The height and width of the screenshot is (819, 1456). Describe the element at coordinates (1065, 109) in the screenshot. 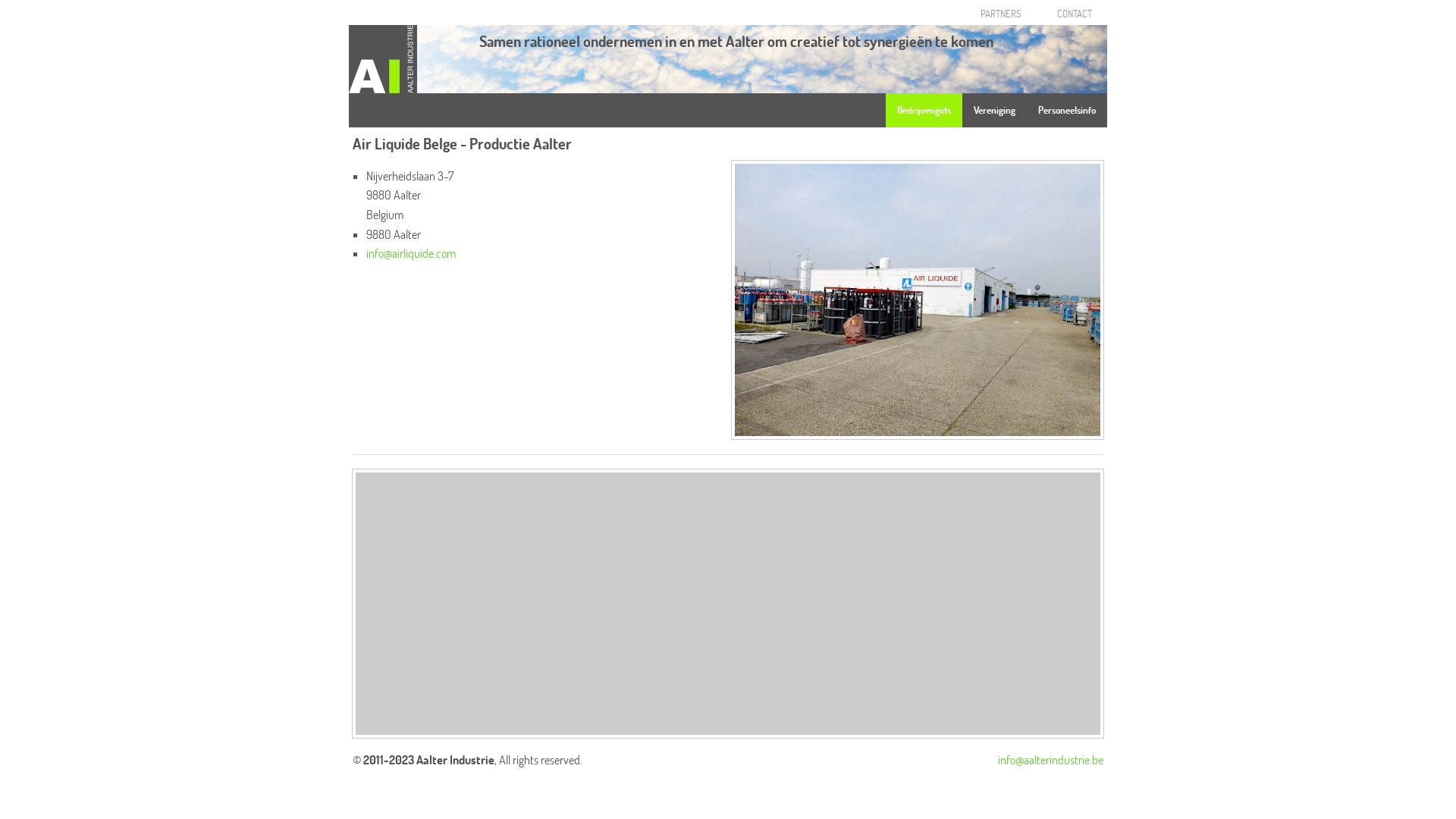

I see `'Personeelsinfo'` at that location.